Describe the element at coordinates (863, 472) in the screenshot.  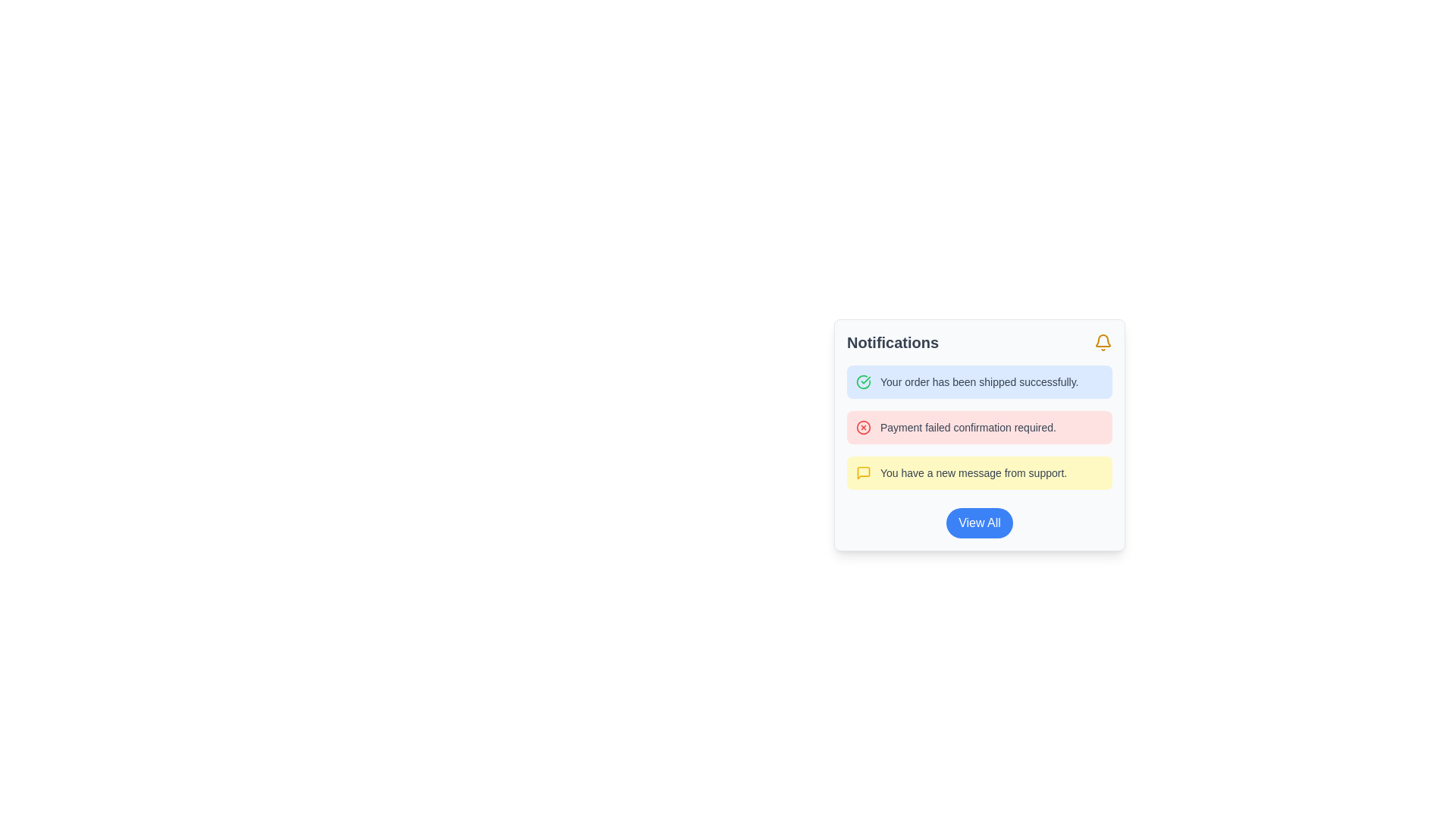
I see `the yellow speech bubble icon located to the left of the third notification message in the notification list` at that location.